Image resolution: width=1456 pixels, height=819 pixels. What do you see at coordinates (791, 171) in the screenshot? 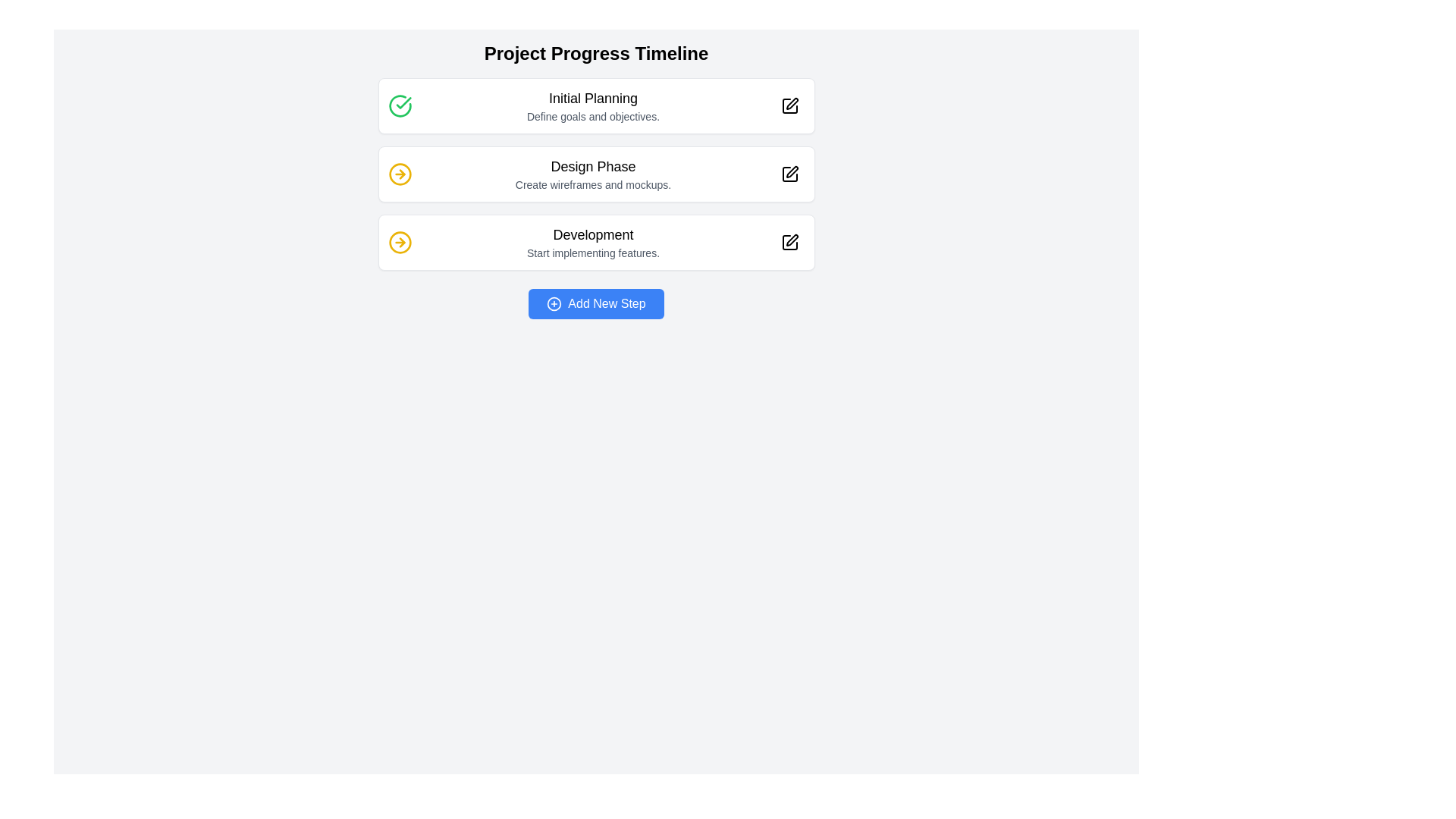
I see `the pen icon in the 'Design Phase' section` at bounding box center [791, 171].